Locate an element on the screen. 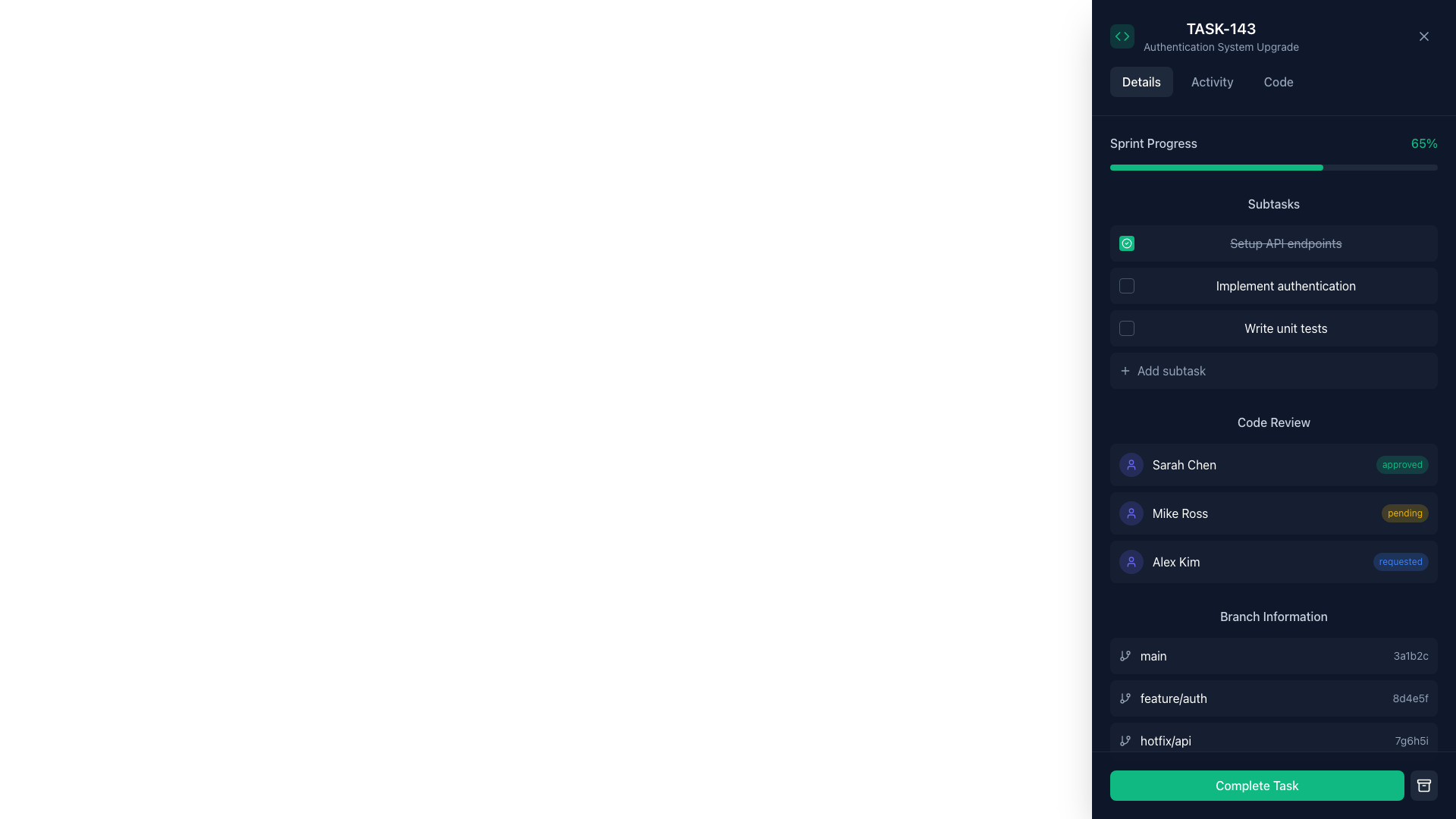 Image resolution: width=1456 pixels, height=819 pixels. the 'main' branch entry in the version control overview is located at coordinates (1274, 654).